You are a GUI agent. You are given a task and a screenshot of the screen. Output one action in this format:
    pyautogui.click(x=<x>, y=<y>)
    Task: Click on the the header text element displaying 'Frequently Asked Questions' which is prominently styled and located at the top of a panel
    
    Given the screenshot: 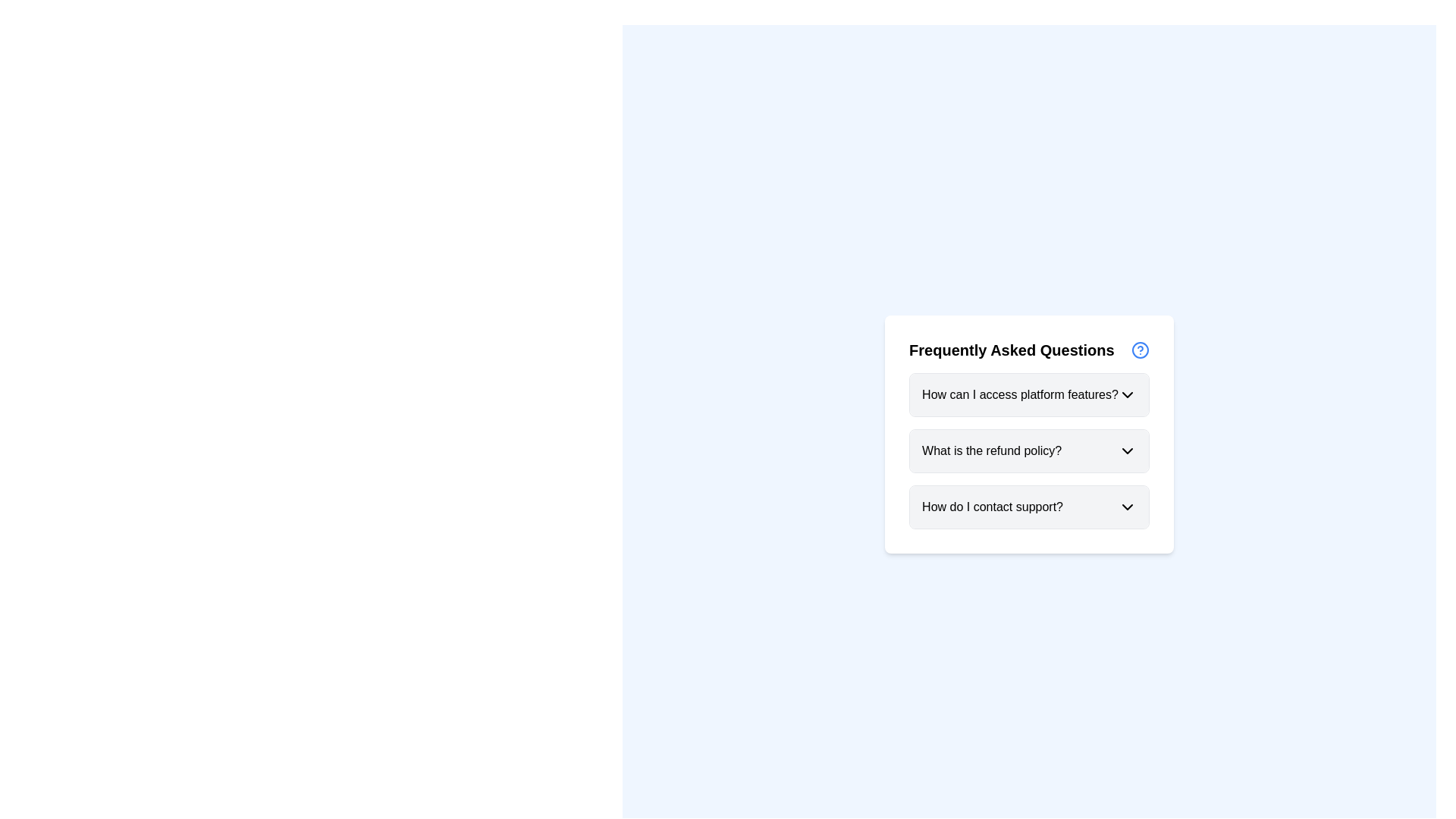 What is the action you would take?
    pyautogui.click(x=1012, y=350)
    